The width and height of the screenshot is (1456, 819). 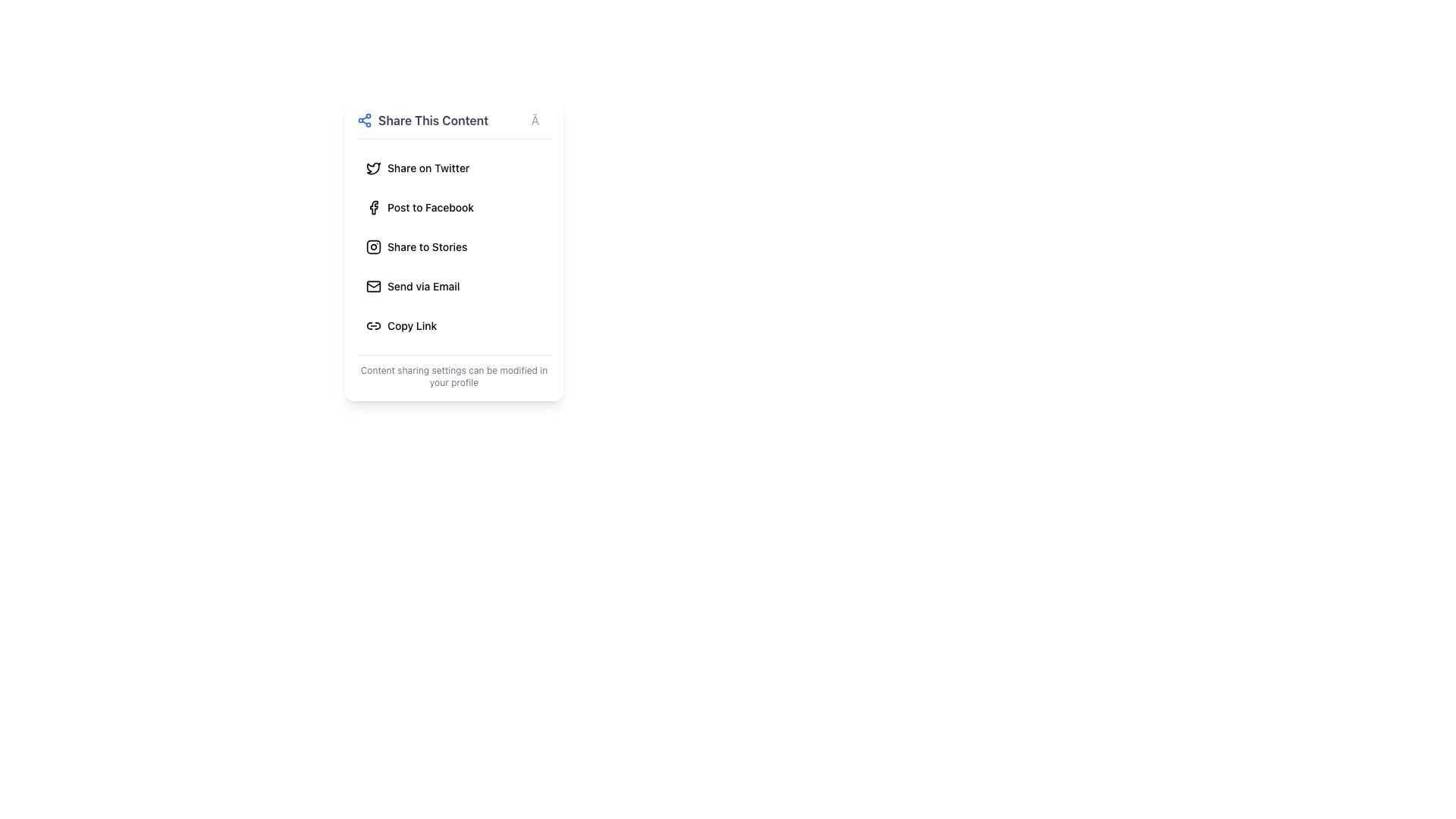 What do you see at coordinates (430, 207) in the screenshot?
I see `the 'Post to Facebook' text label, which is styled in small font size and medium weight, located below 'Share on Twitter' and above 'Share to Stories'` at bounding box center [430, 207].